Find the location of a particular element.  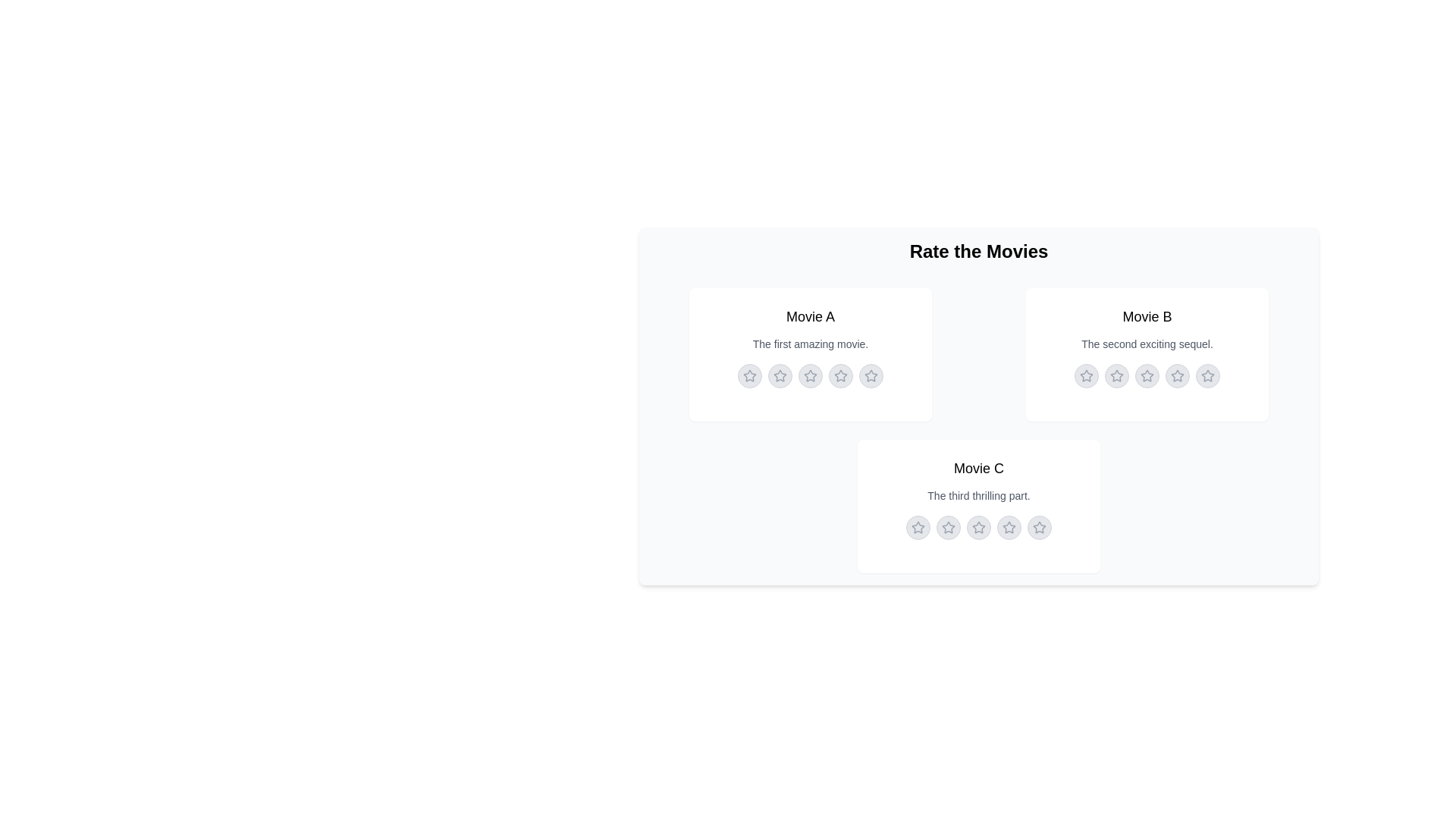

the first rating star in the rating system under the 'Movie B' card is located at coordinates (1086, 375).